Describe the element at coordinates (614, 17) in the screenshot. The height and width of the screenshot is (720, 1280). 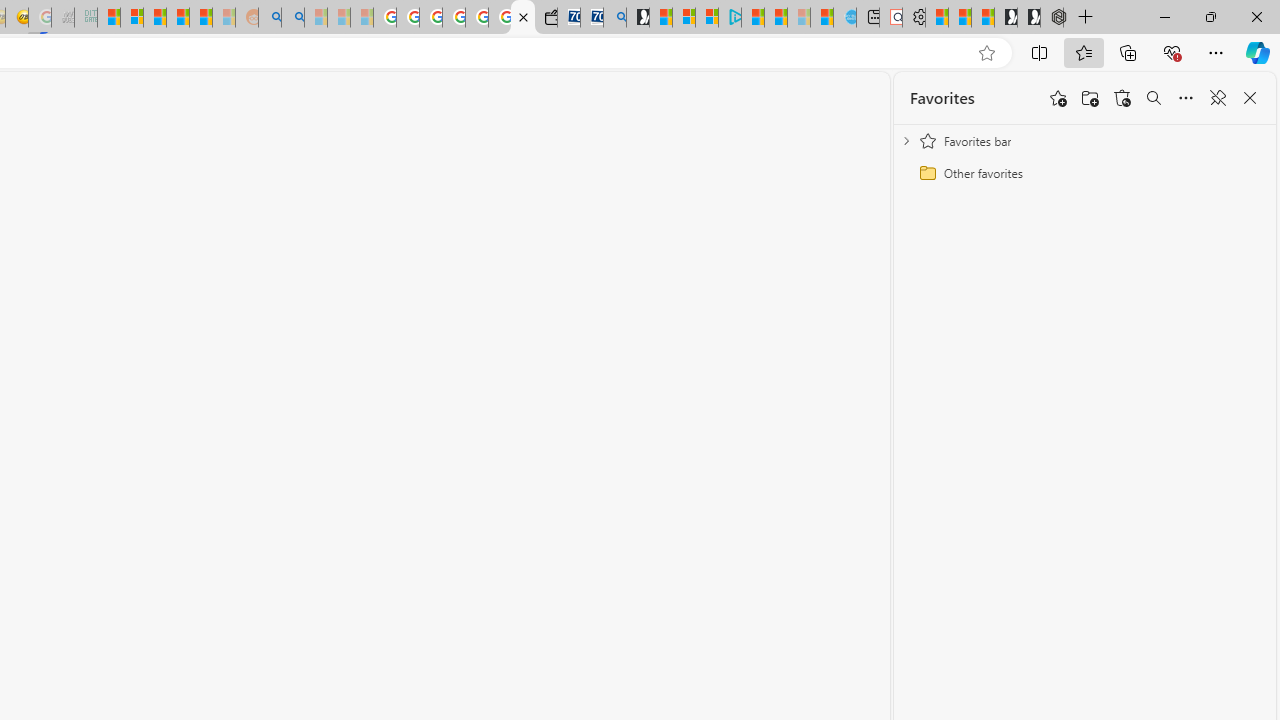
I see `'Bing Real Estate - Home sales and rental listings'` at that location.